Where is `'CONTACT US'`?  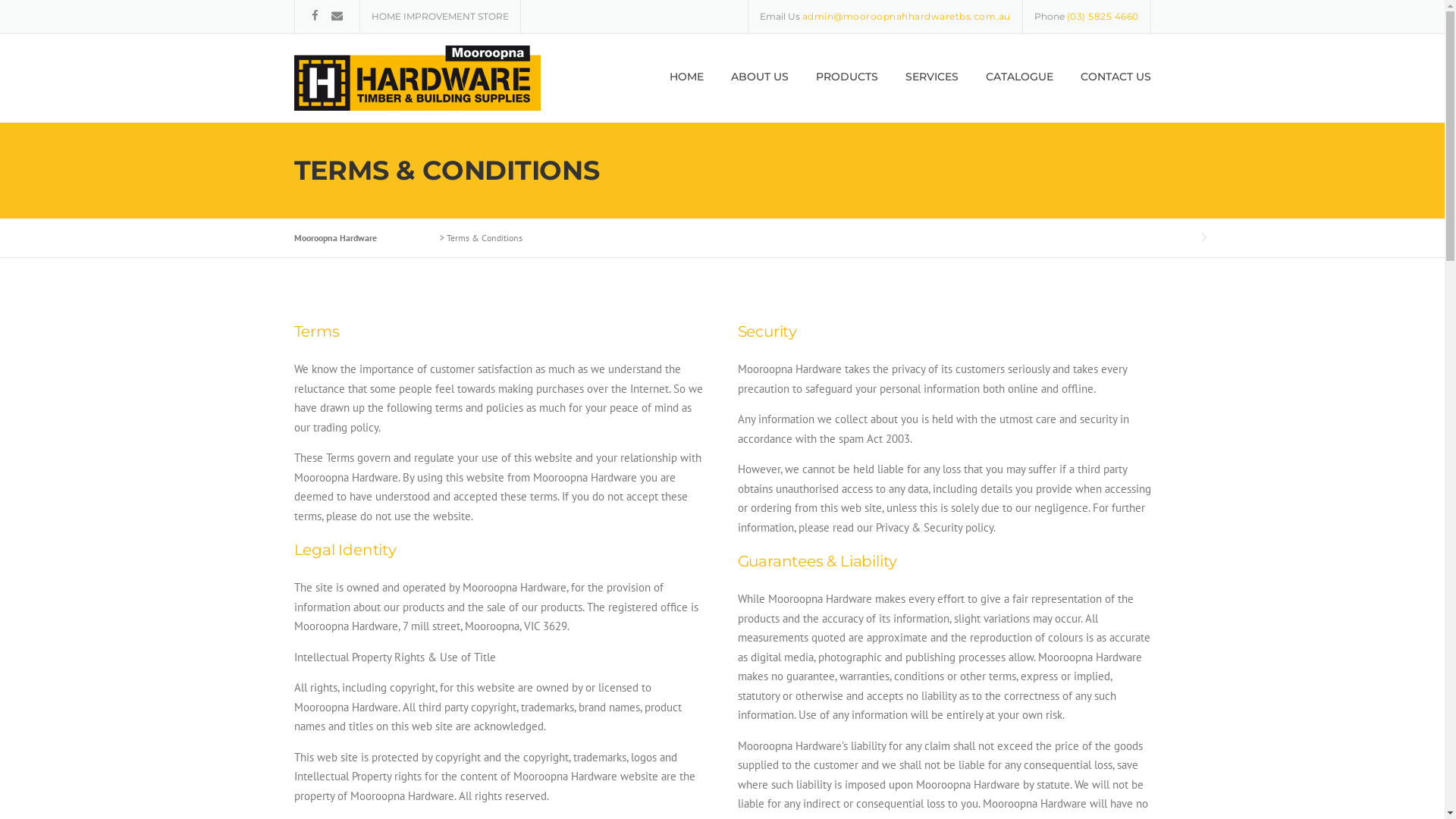
'CONTACT US' is located at coordinates (1108, 90).